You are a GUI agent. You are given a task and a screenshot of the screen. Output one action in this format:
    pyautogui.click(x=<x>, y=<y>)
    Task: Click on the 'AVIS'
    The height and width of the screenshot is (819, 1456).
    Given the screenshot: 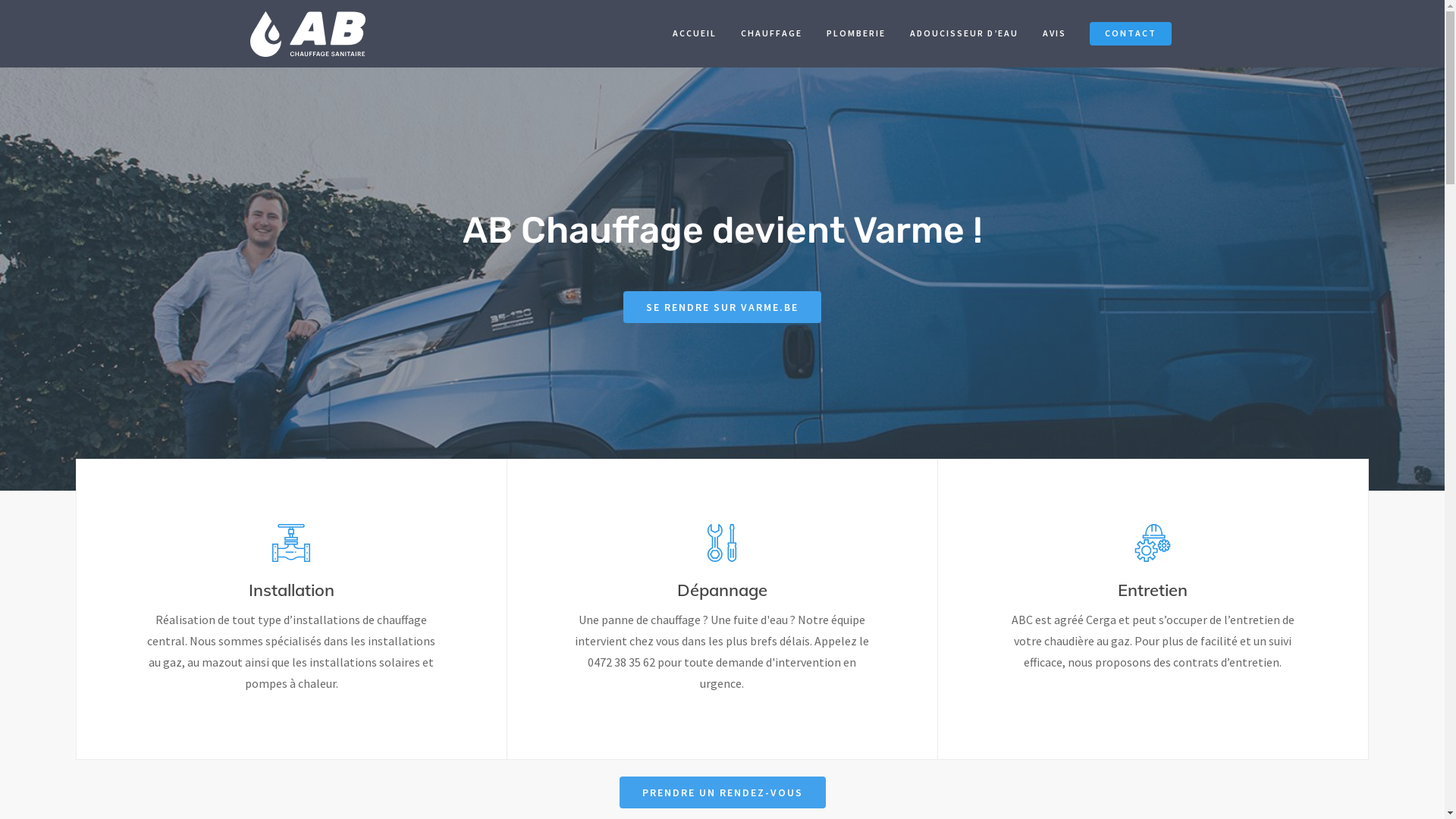 What is the action you would take?
    pyautogui.click(x=1053, y=38)
    